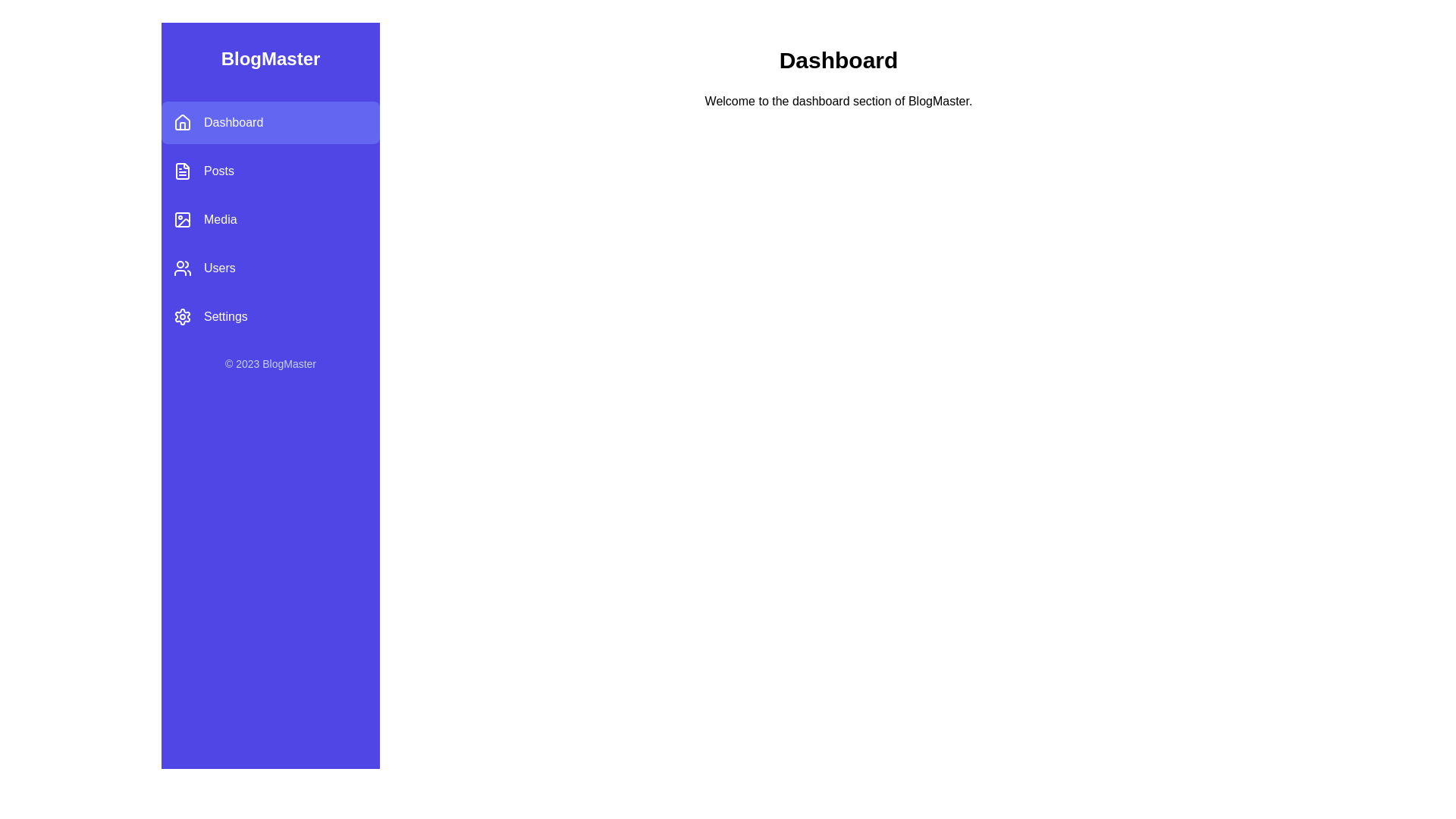 This screenshot has width=1456, height=819. Describe the element at coordinates (837, 60) in the screenshot. I see `the text label displaying 'Dashboard' which is a bold, large-sized heading located at the top center of the page` at that location.